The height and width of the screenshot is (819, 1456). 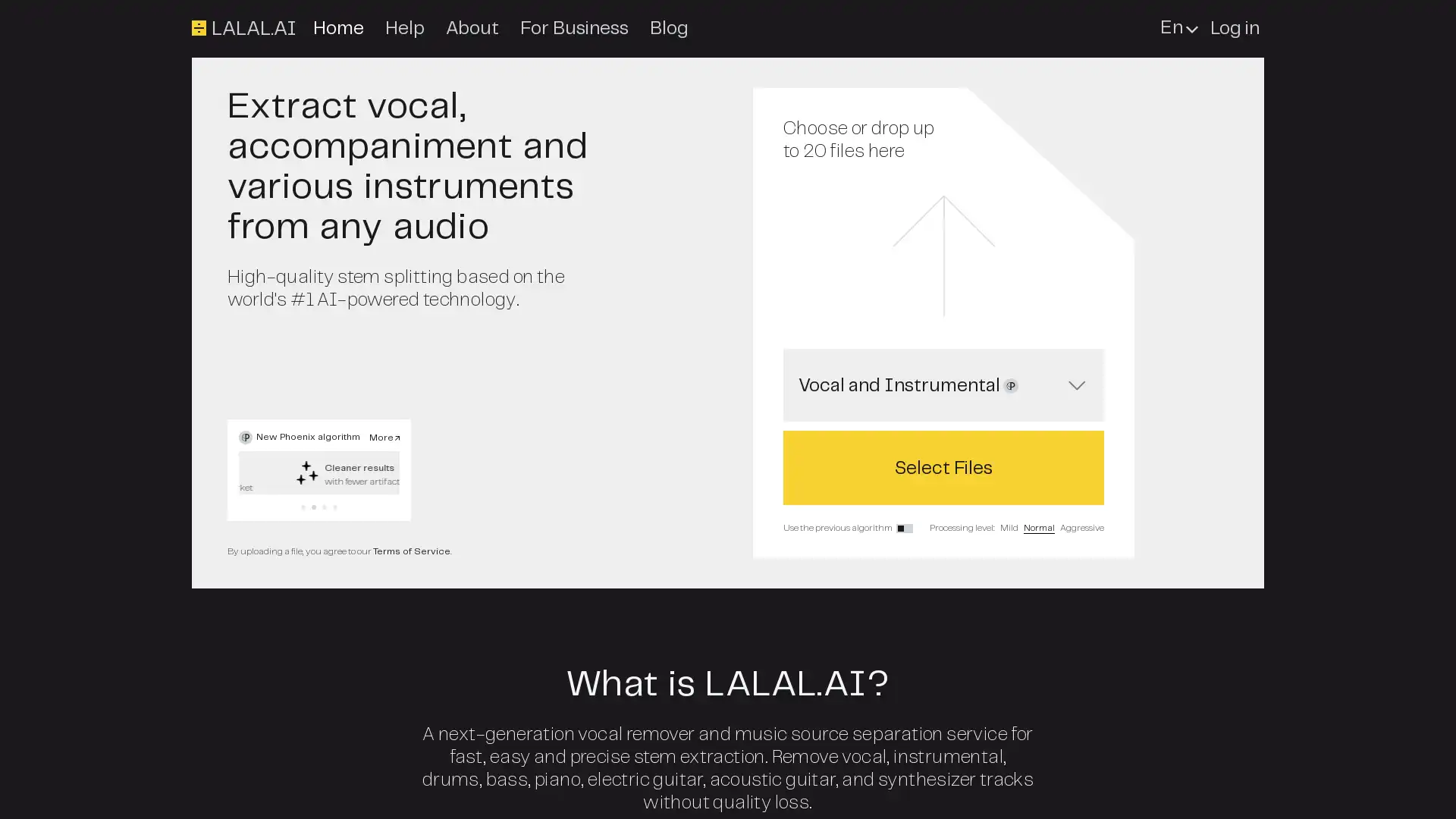 I want to click on Open Intercom Messenger, so click(x=1417, y=780).